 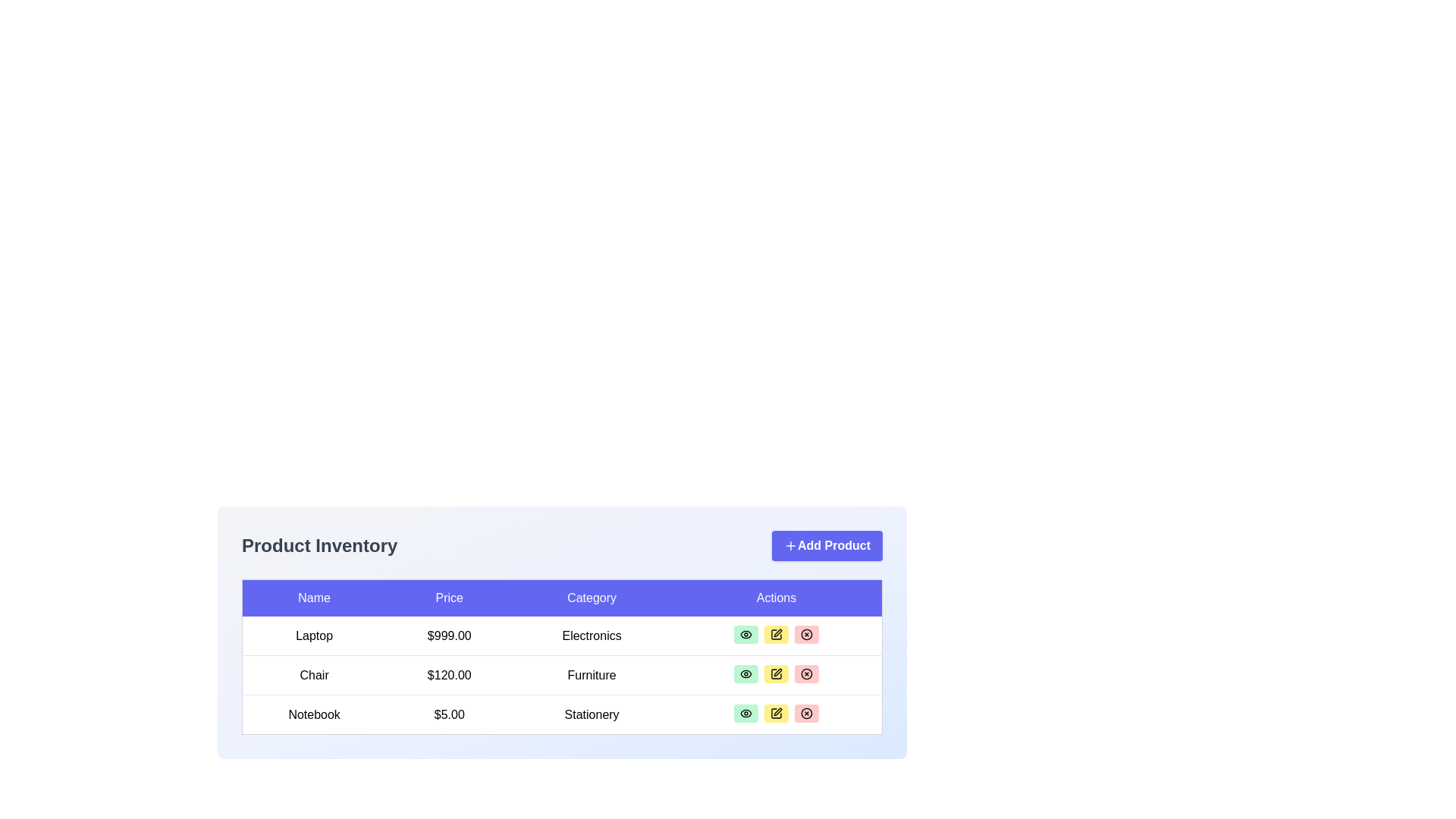 What do you see at coordinates (591, 674) in the screenshot?
I see `the text label displaying 'Furniture' under the 'Category' column in the table layout` at bounding box center [591, 674].